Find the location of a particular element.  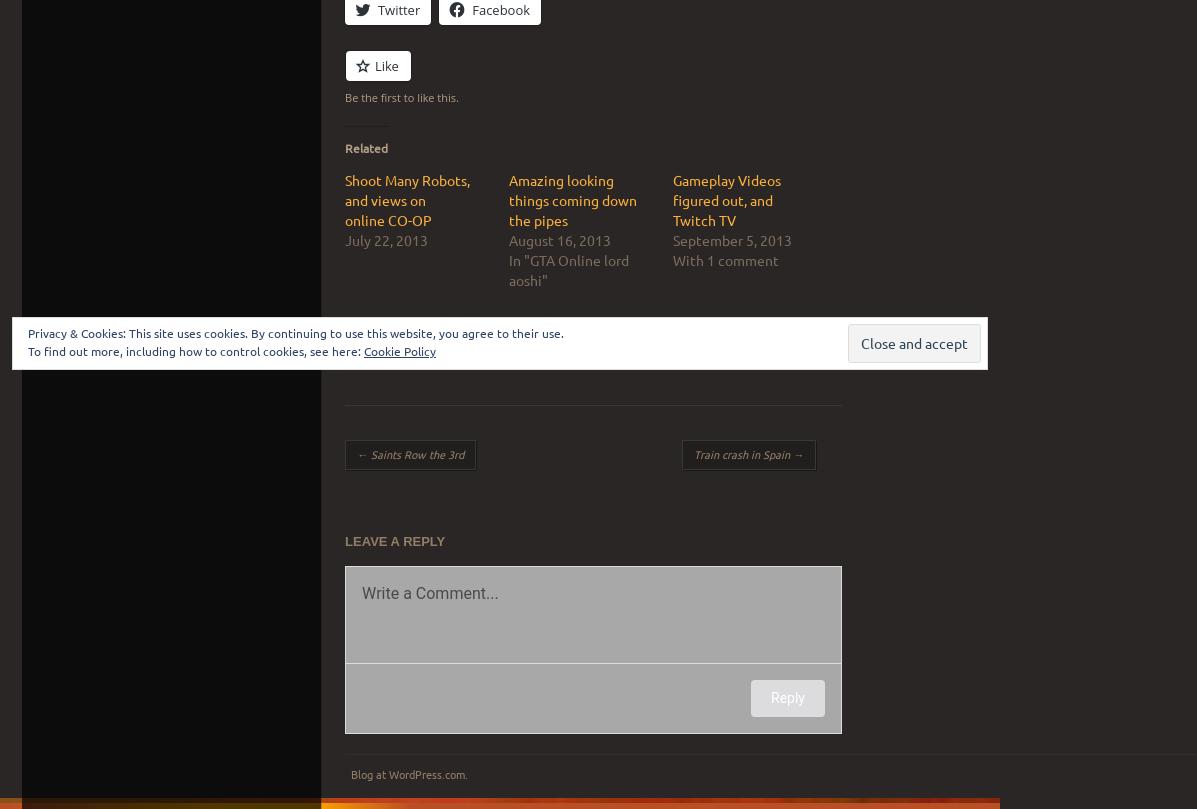

'Facebook' is located at coordinates (470, 8).